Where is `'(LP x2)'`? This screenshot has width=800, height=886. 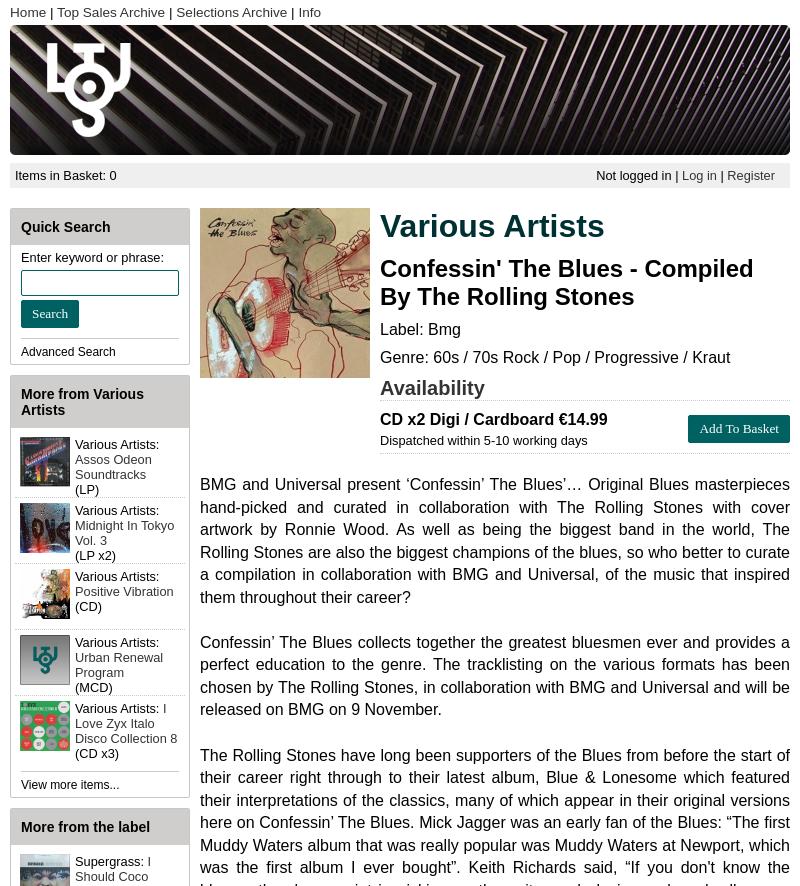 '(LP x2)' is located at coordinates (75, 555).